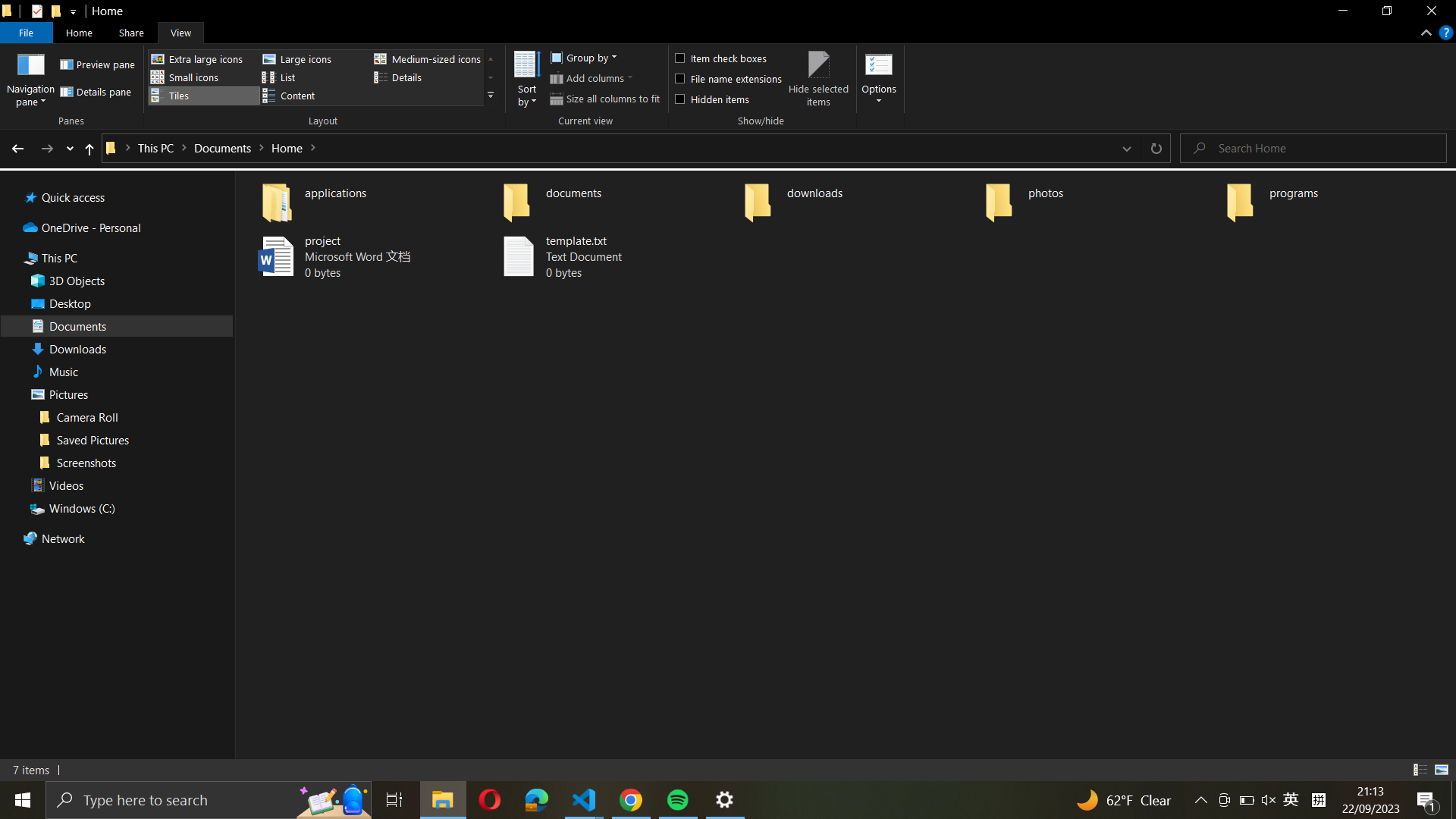 The image size is (1456, 819). Describe the element at coordinates (1099, 198) in the screenshot. I see `the "photos" directory and establish a new directory named "vacation"` at that location.